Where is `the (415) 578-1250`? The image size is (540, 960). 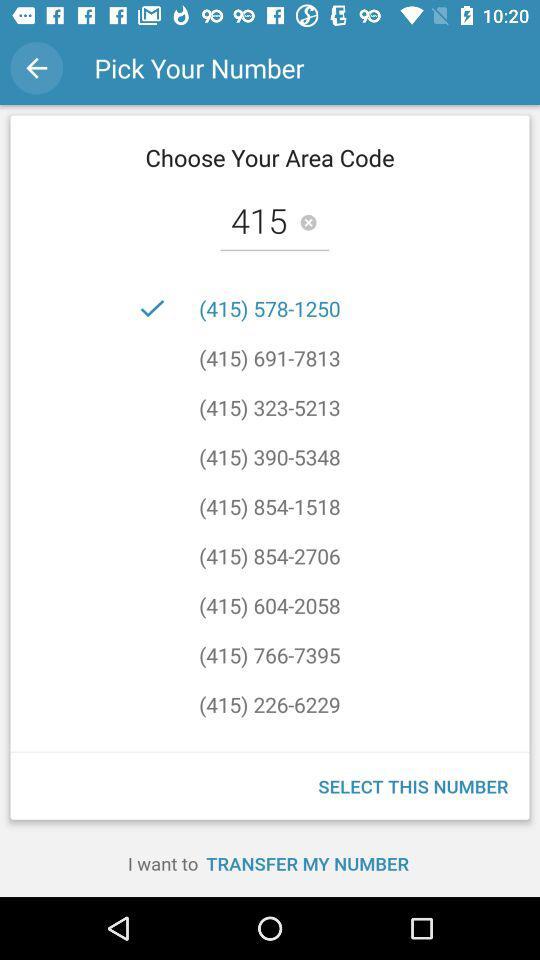 the (415) 578-1250 is located at coordinates (269, 308).